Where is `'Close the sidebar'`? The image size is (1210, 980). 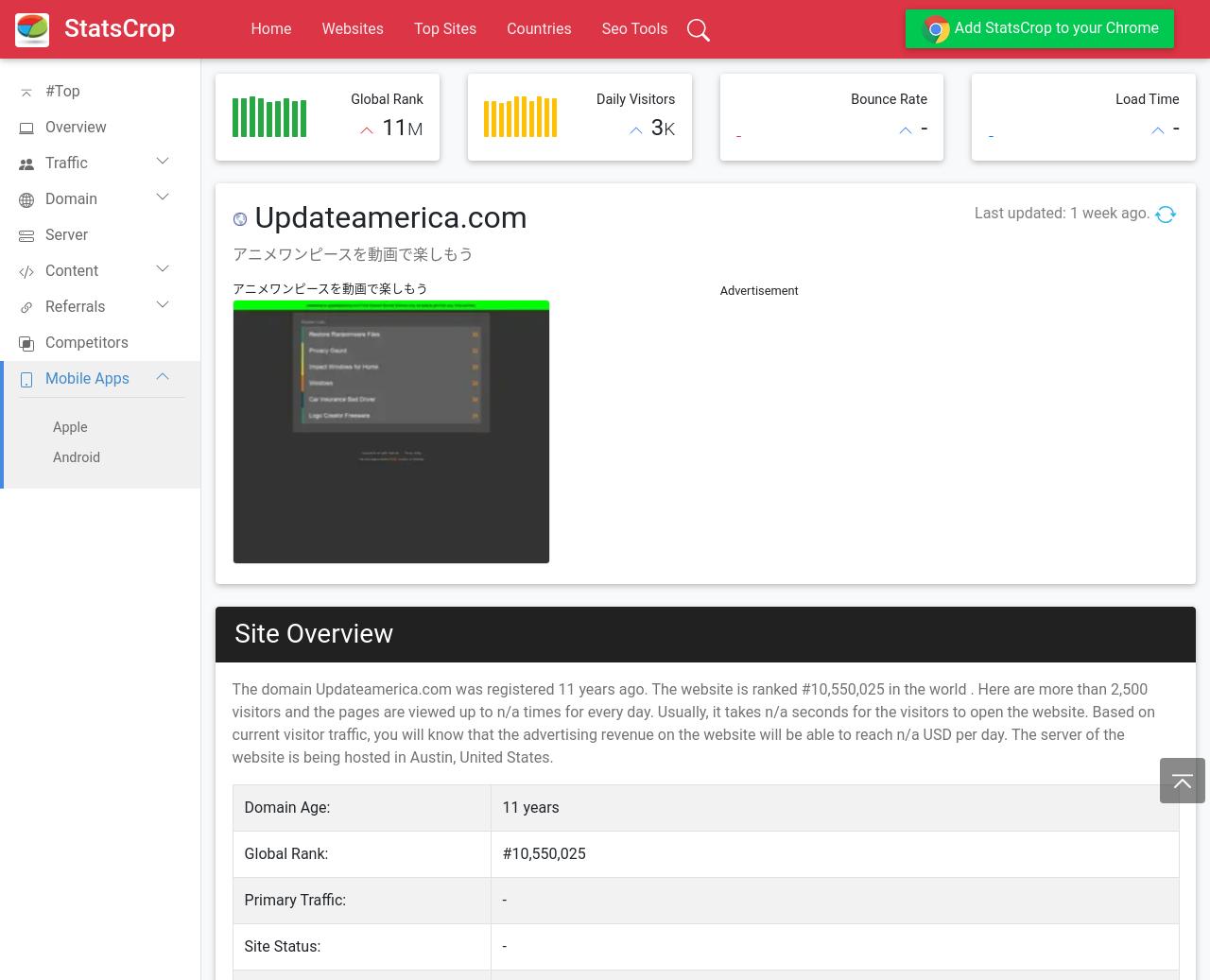 'Close the sidebar' is located at coordinates (24, 32).